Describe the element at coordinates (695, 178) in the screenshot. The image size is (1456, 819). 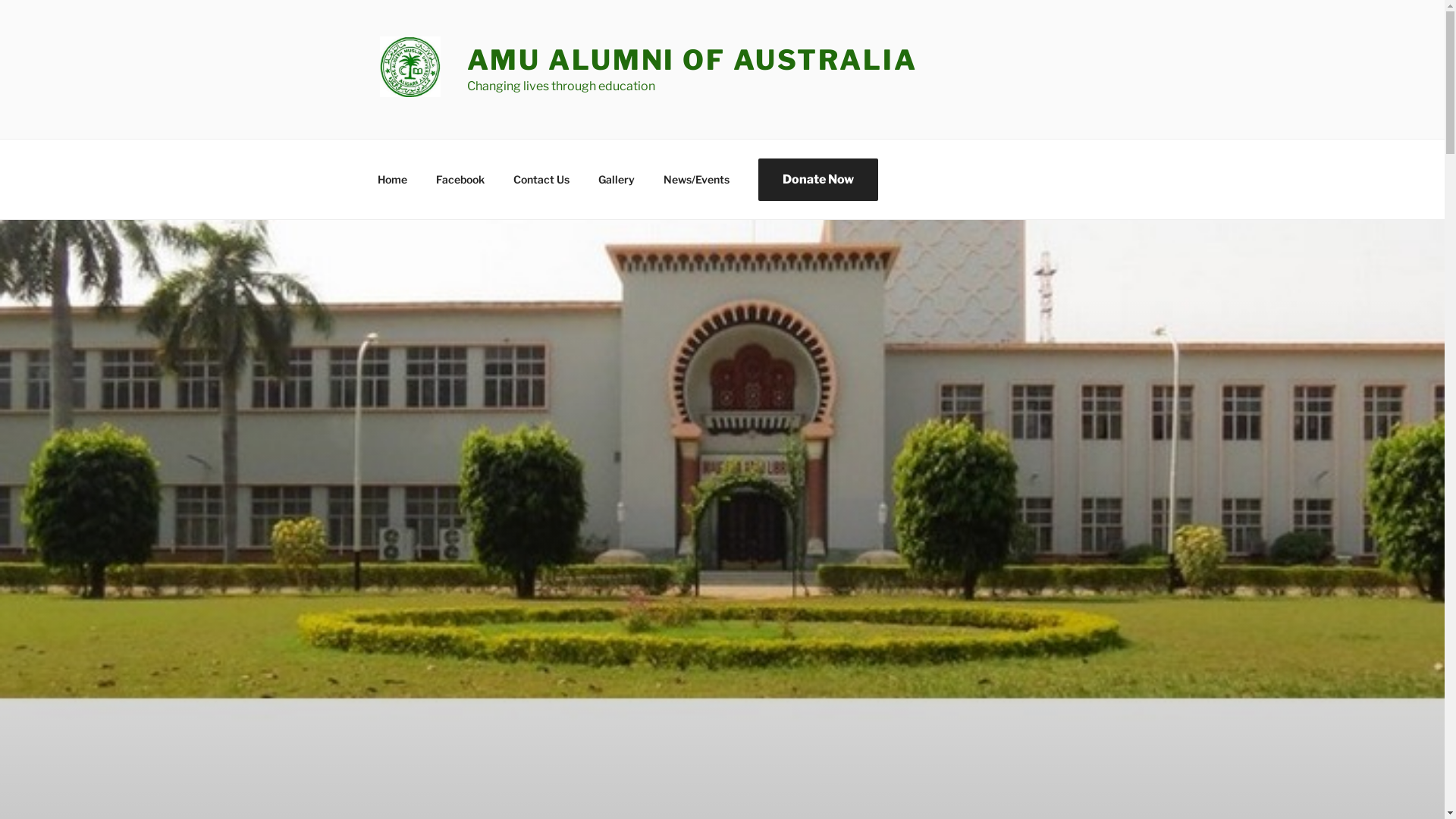
I see `'News/Events'` at that location.